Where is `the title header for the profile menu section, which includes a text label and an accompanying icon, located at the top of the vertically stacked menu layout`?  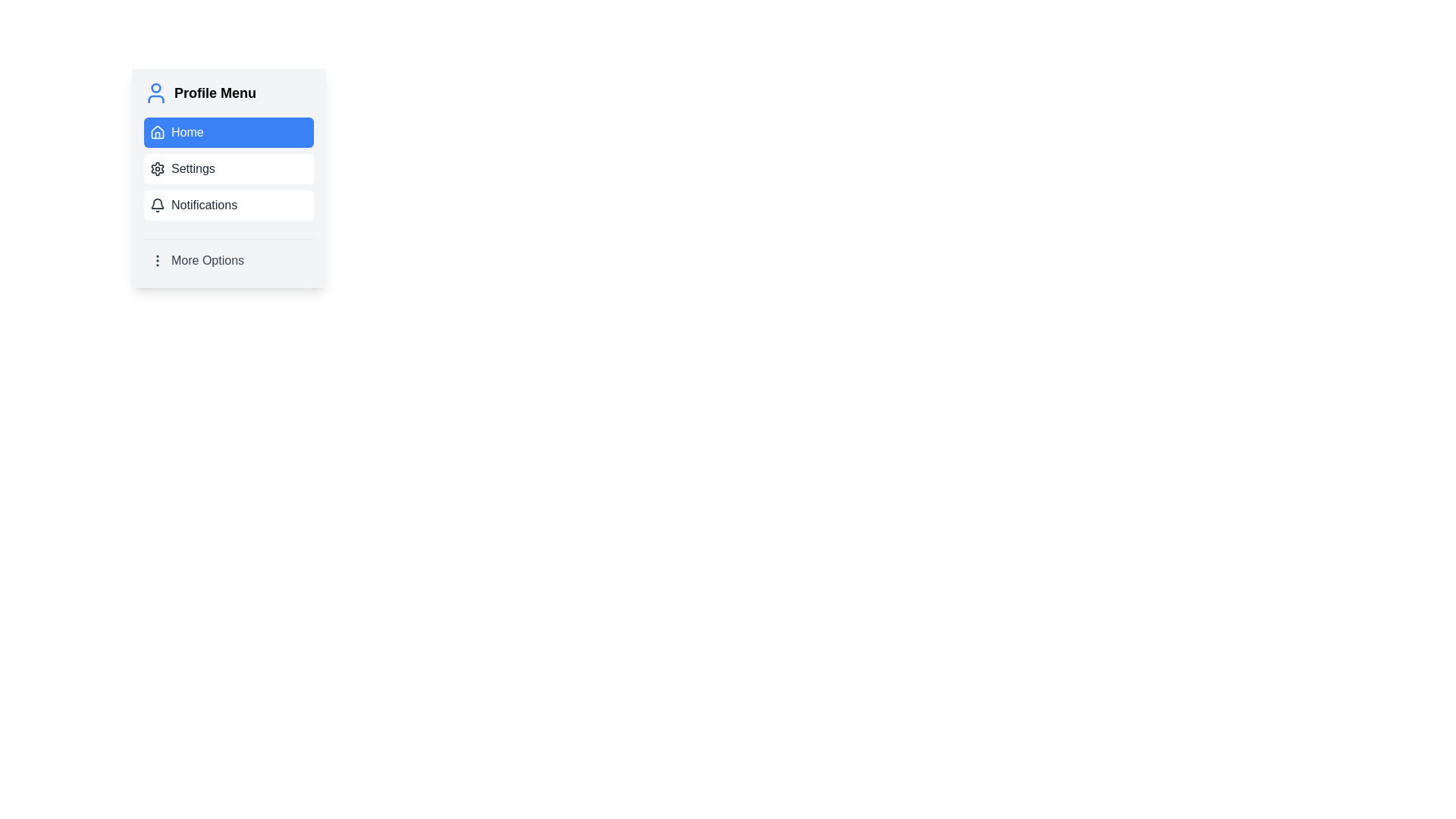 the title header for the profile menu section, which includes a text label and an accompanying icon, located at the top of the vertically stacked menu layout is located at coordinates (228, 93).